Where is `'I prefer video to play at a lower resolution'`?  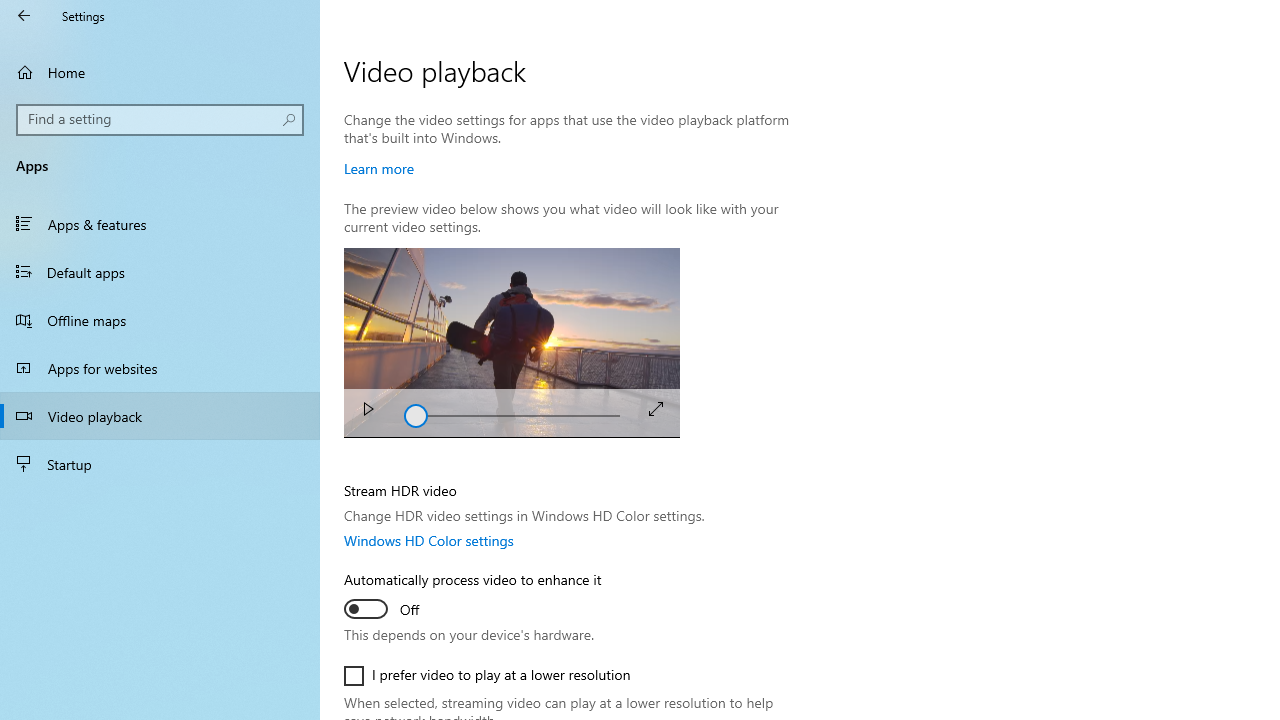
'I prefer video to play at a lower resolution' is located at coordinates (487, 675).